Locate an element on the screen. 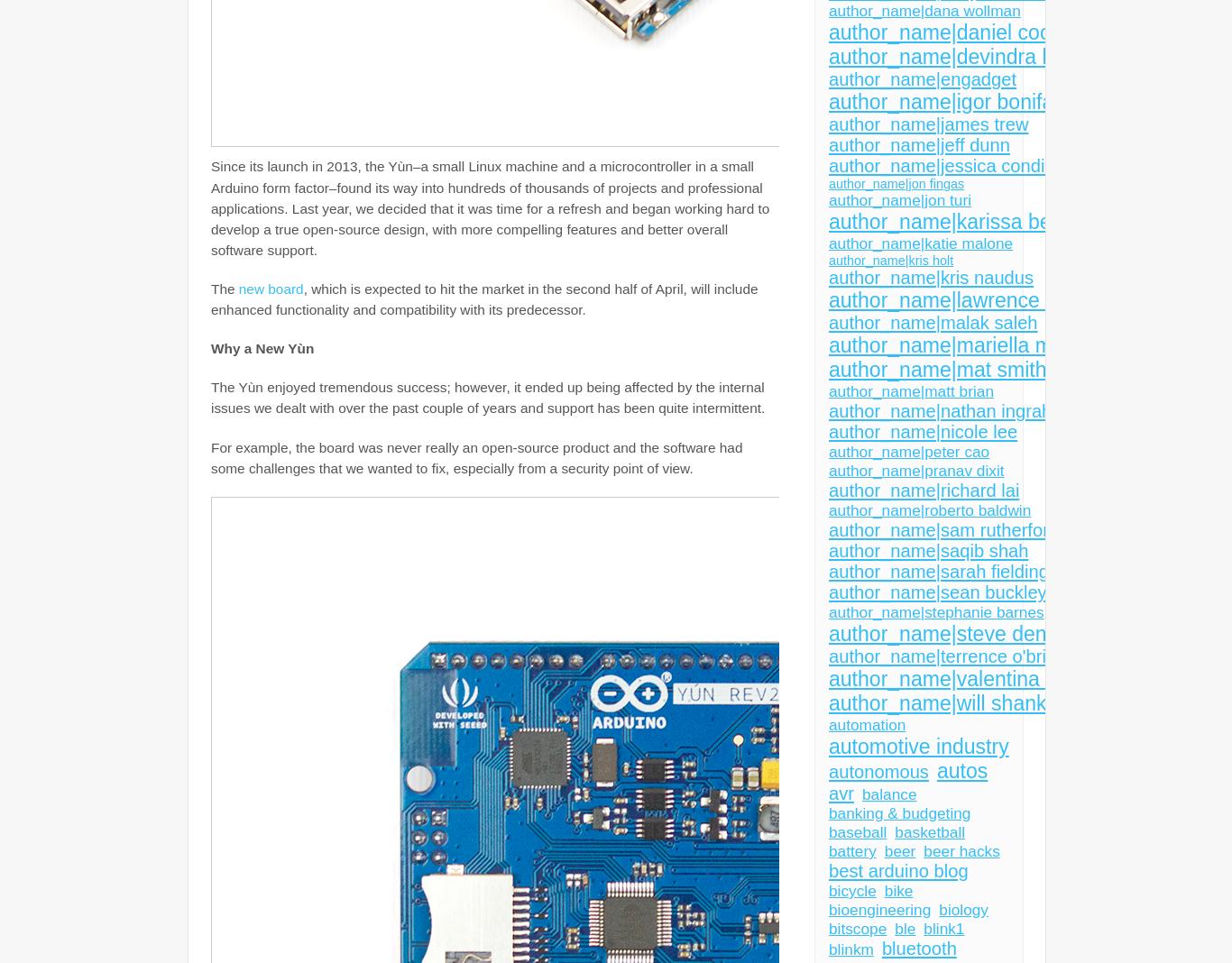  'author_name|jessica conditt' is located at coordinates (941, 166).